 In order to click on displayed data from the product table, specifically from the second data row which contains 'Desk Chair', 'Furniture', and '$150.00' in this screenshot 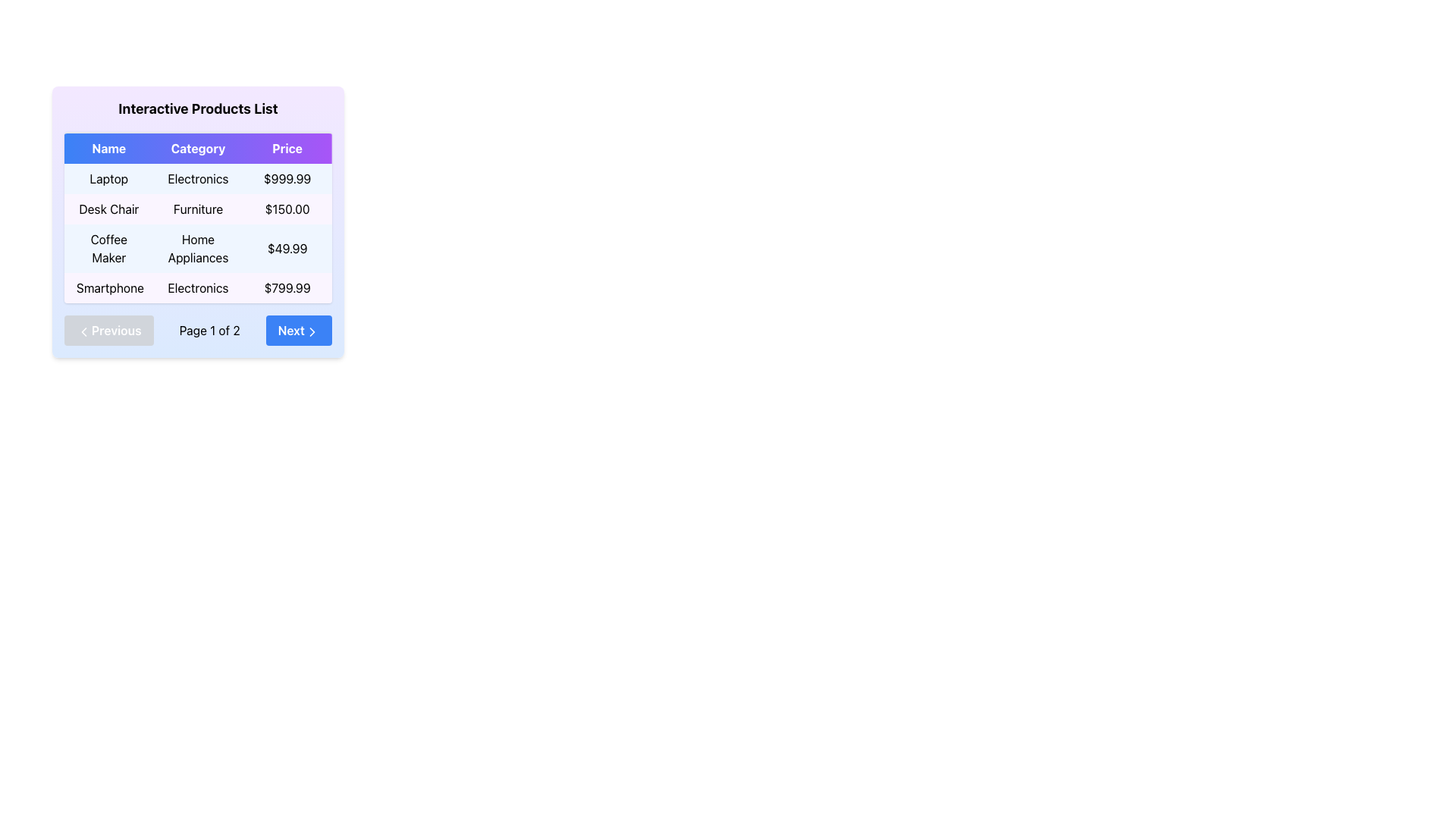, I will do `click(197, 218)`.